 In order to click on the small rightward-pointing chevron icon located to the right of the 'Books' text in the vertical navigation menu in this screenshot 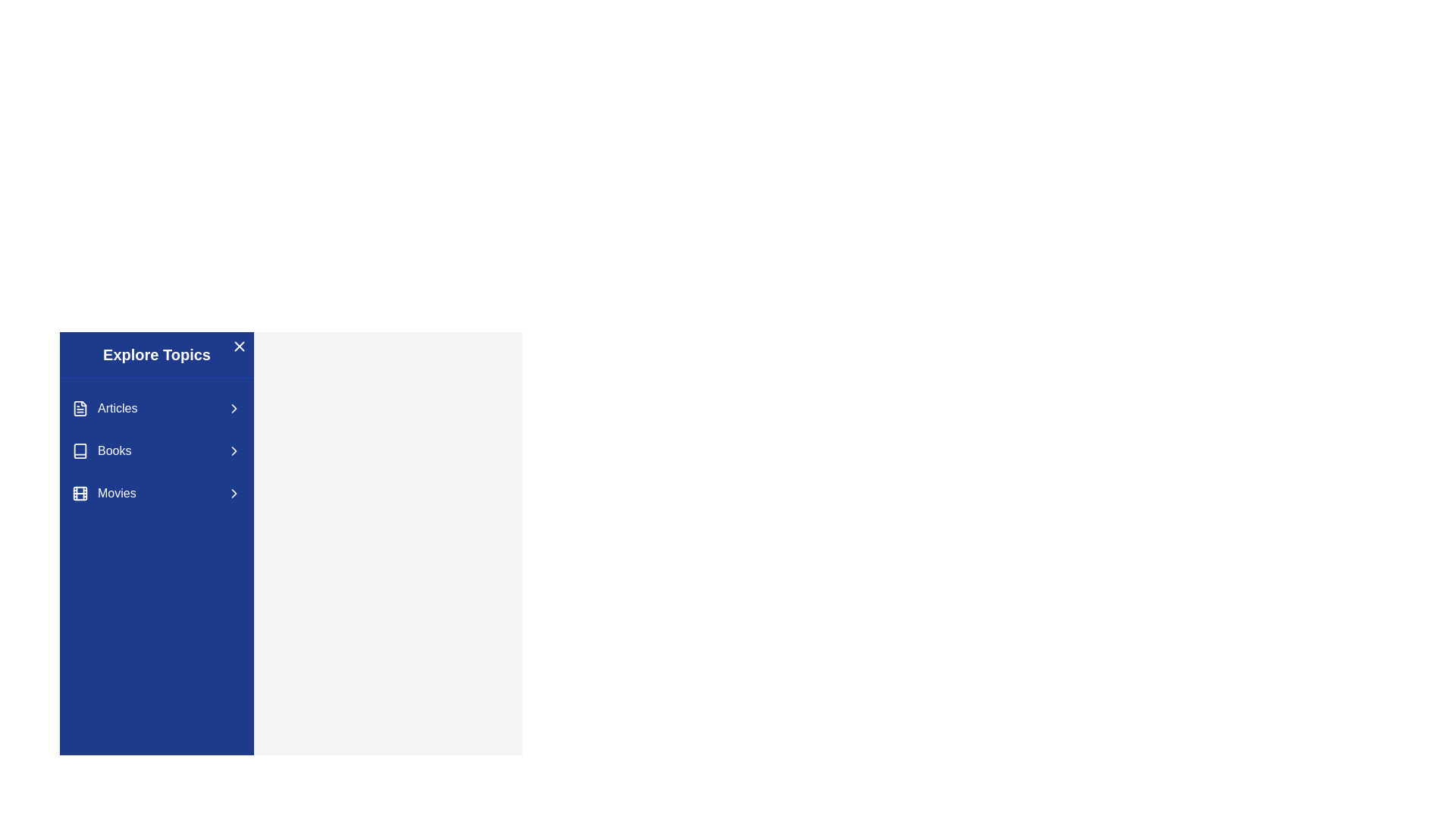, I will do `click(233, 450)`.